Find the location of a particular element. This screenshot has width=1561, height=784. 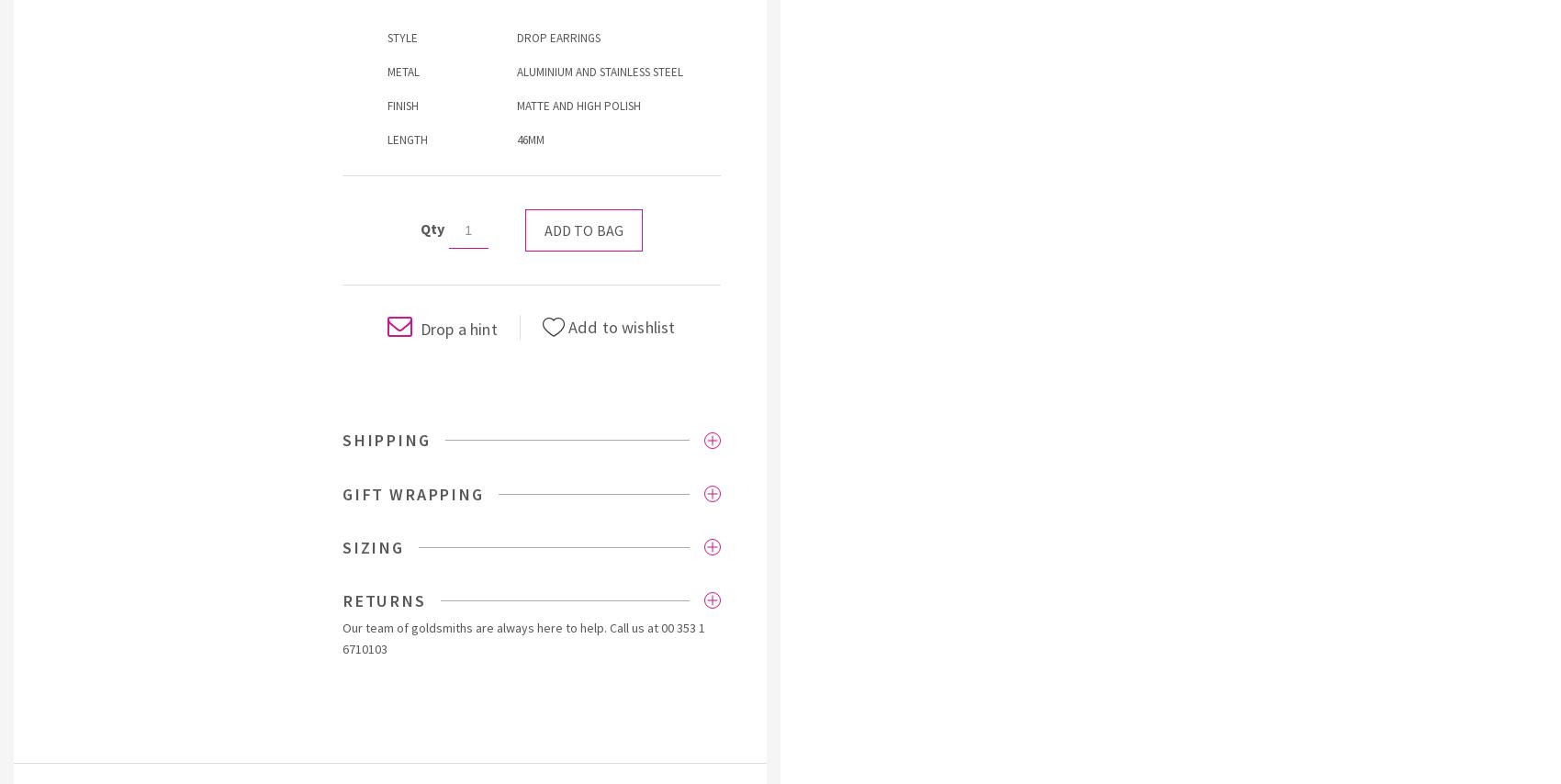

'MATTE AND HIGH POLISH' is located at coordinates (516, 105).